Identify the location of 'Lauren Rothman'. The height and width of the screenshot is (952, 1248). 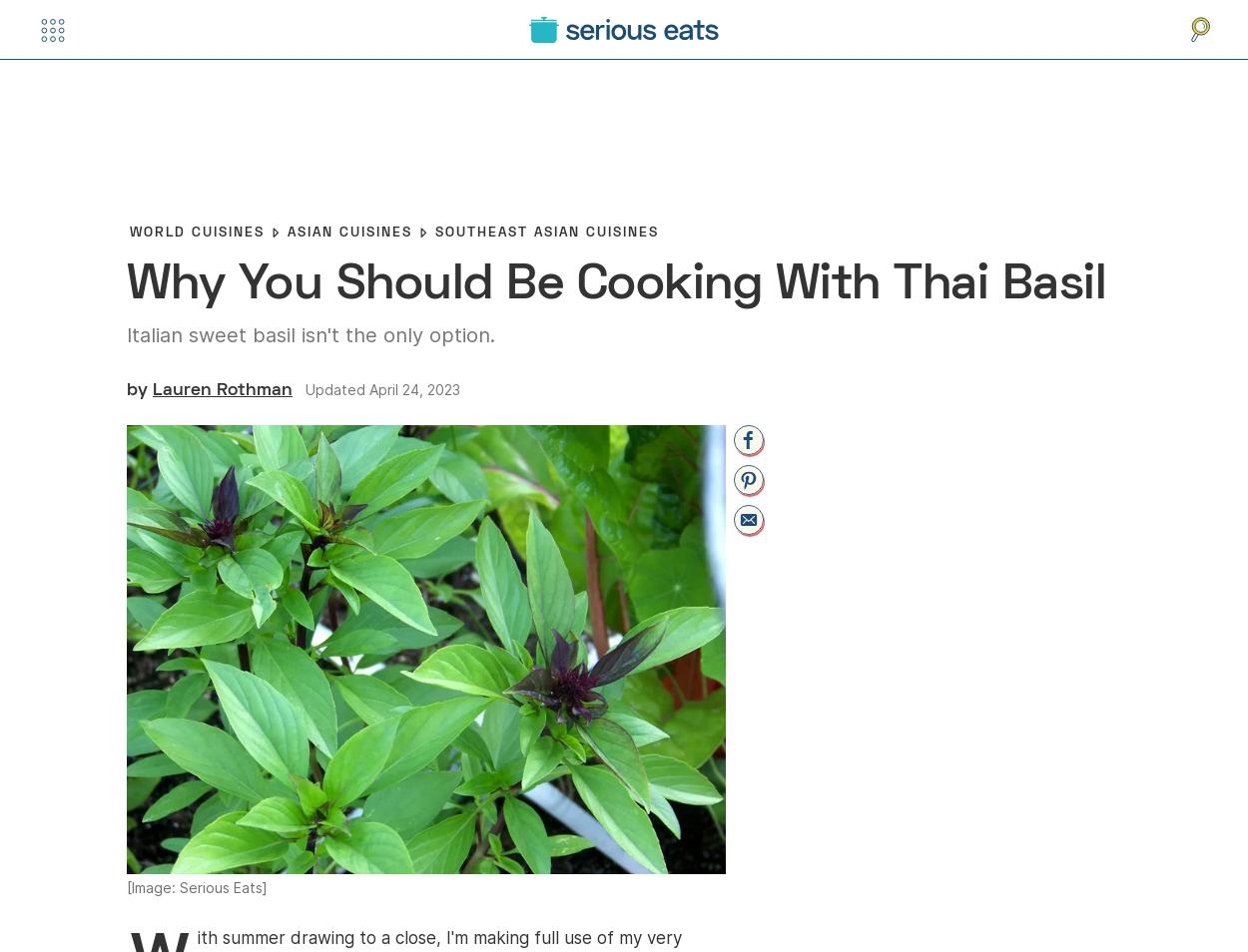
(153, 389).